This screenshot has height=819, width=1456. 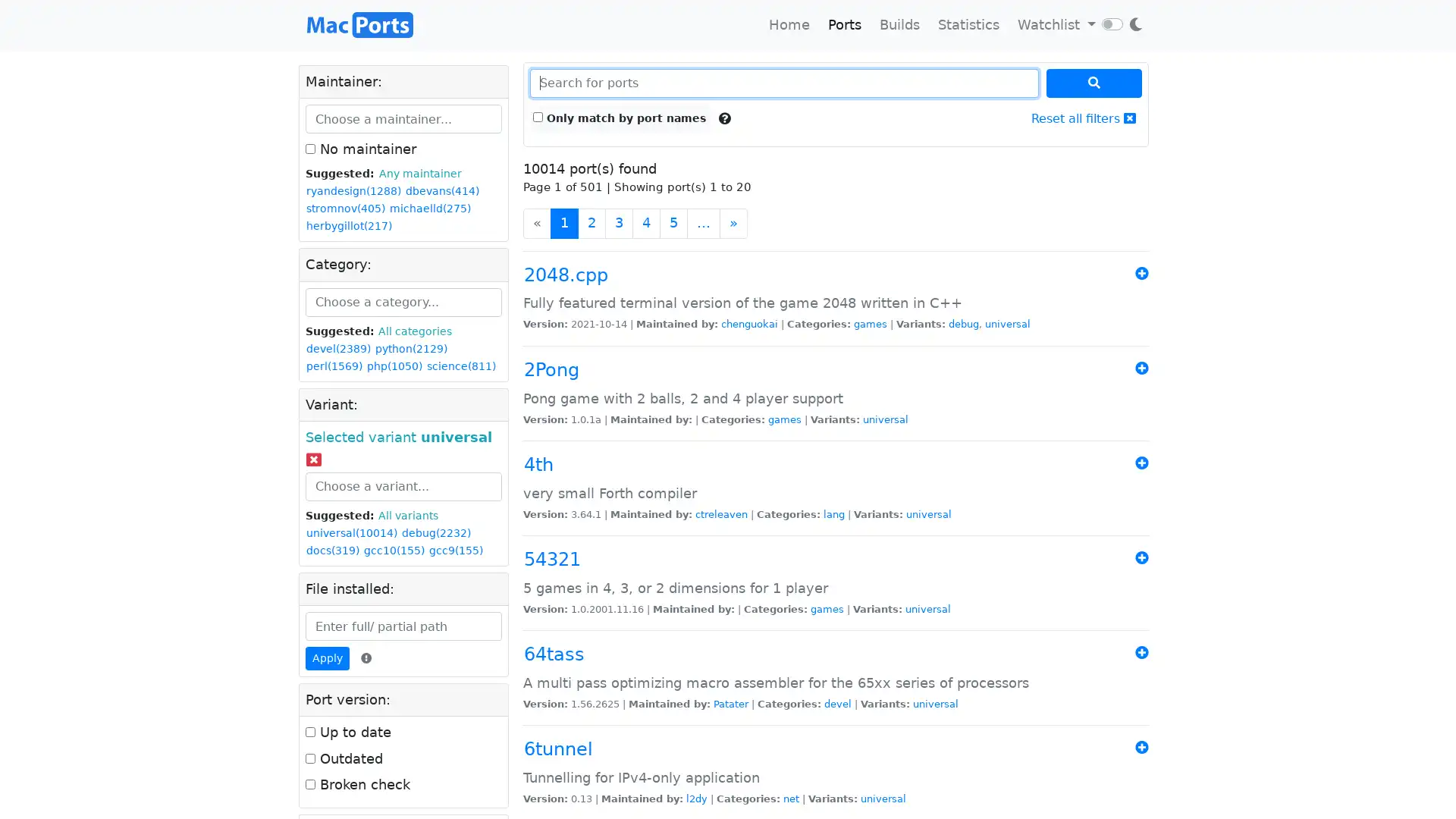 What do you see at coordinates (348, 226) in the screenshot?
I see `herbygillot(217)` at bounding box center [348, 226].